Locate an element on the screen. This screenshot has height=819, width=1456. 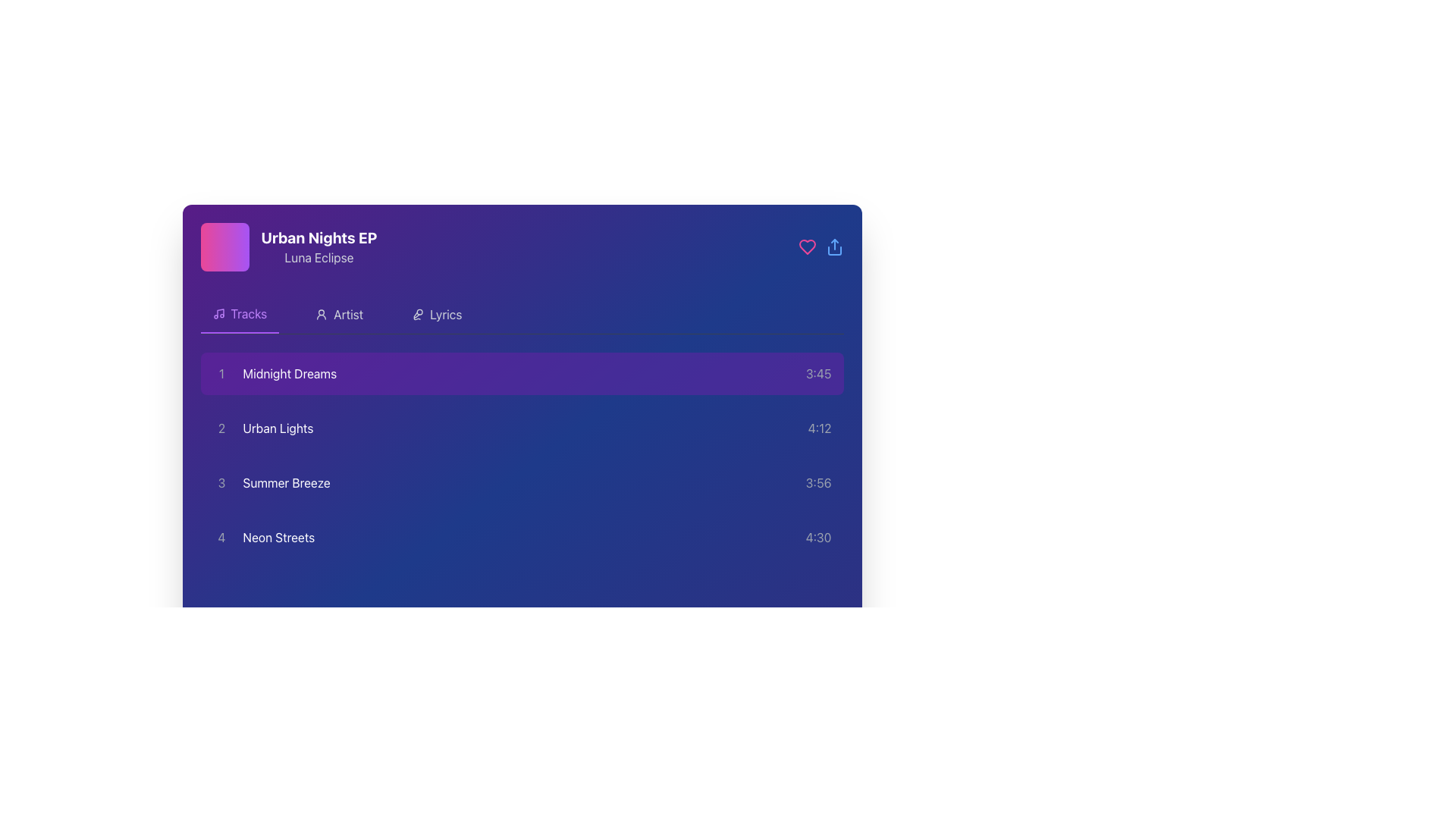
displayed numeral '3' located in the list item layout, positioned to the left of 'Summer Breeze' is located at coordinates (221, 482).